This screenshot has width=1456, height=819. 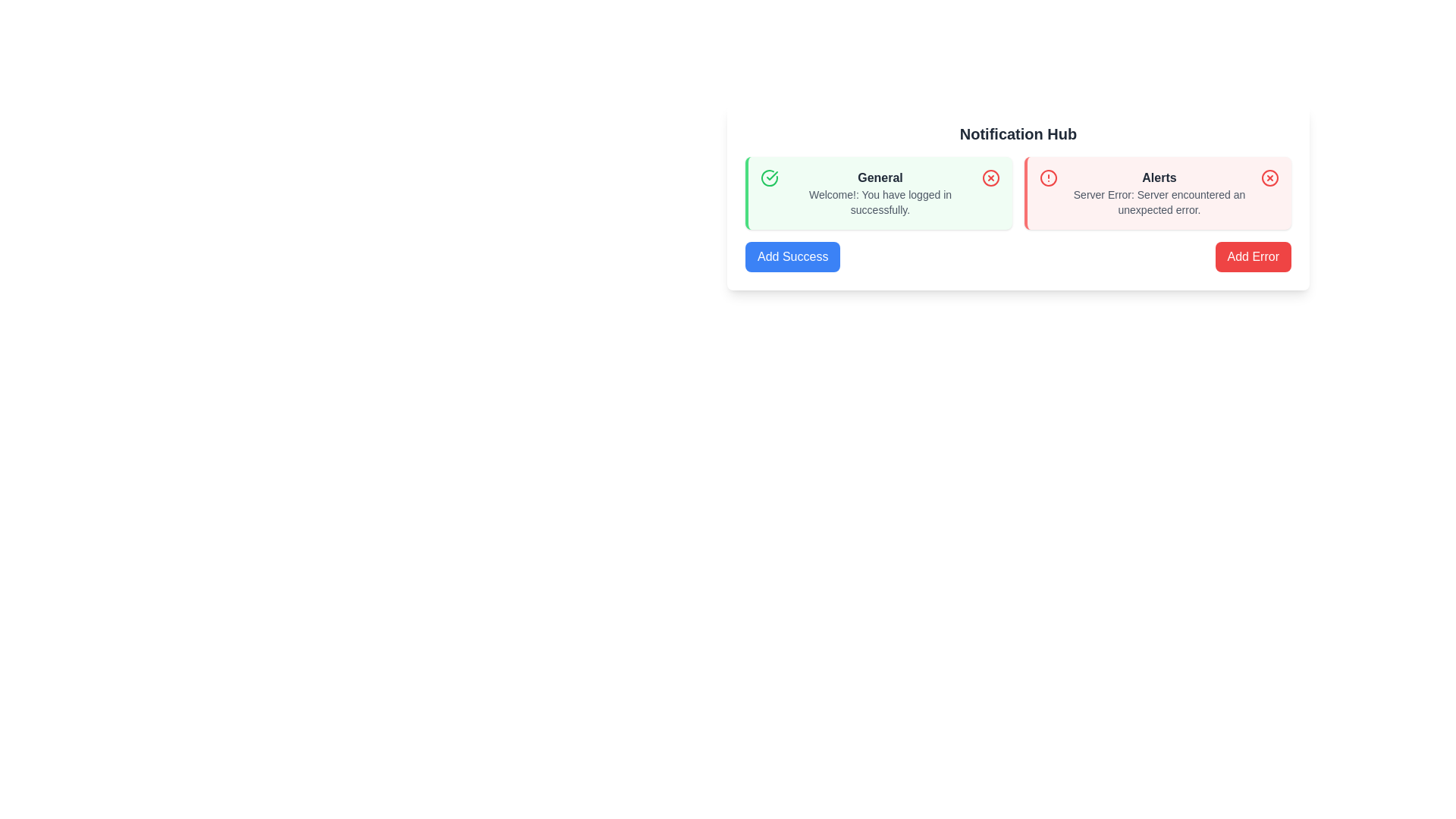 What do you see at coordinates (880, 192) in the screenshot?
I see `the Informational notification text block located in the left notification card of the notification hub, which provides feedback on a successful login action` at bounding box center [880, 192].